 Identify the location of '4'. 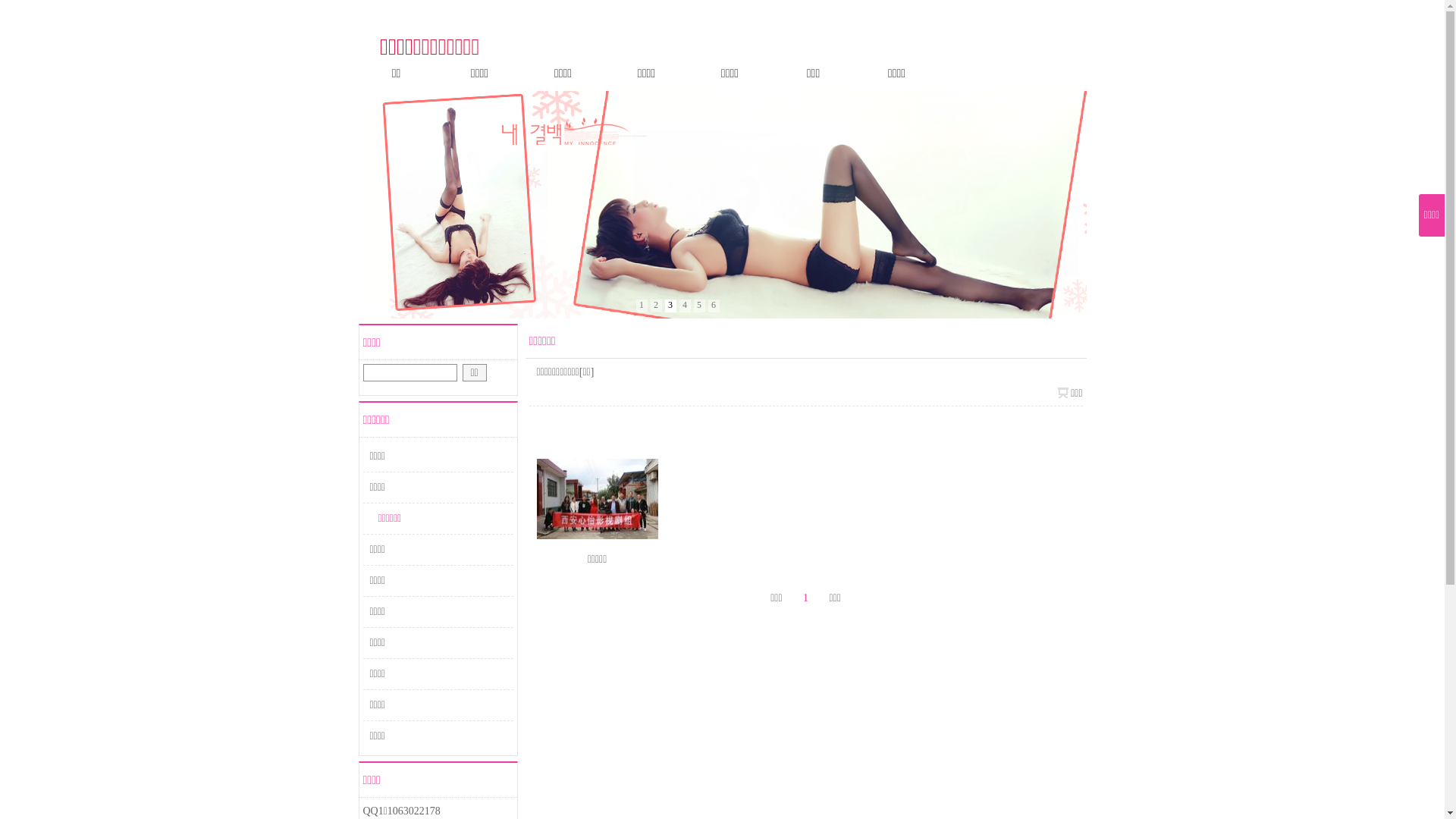
(684, 306).